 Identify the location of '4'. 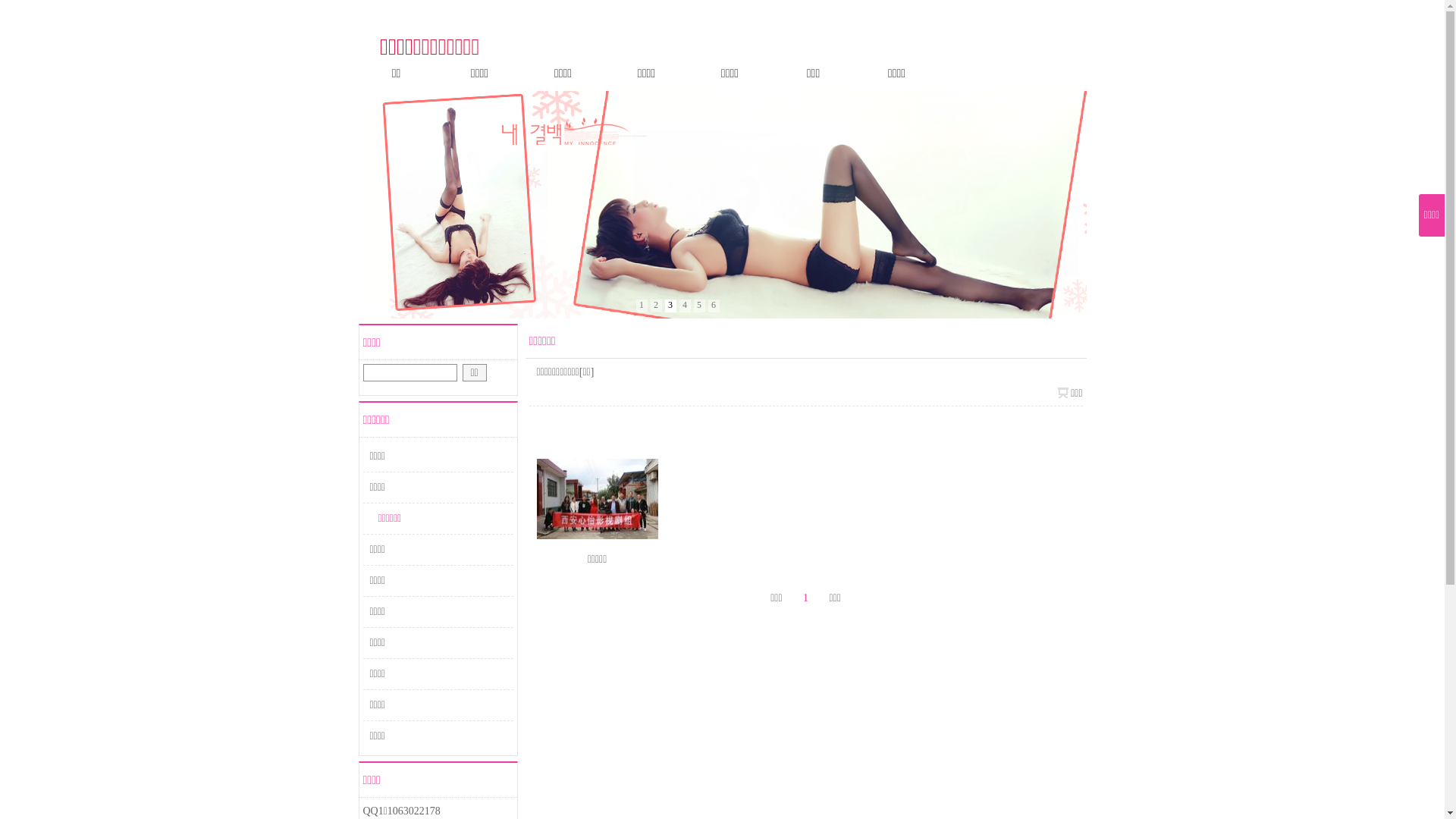
(684, 306).